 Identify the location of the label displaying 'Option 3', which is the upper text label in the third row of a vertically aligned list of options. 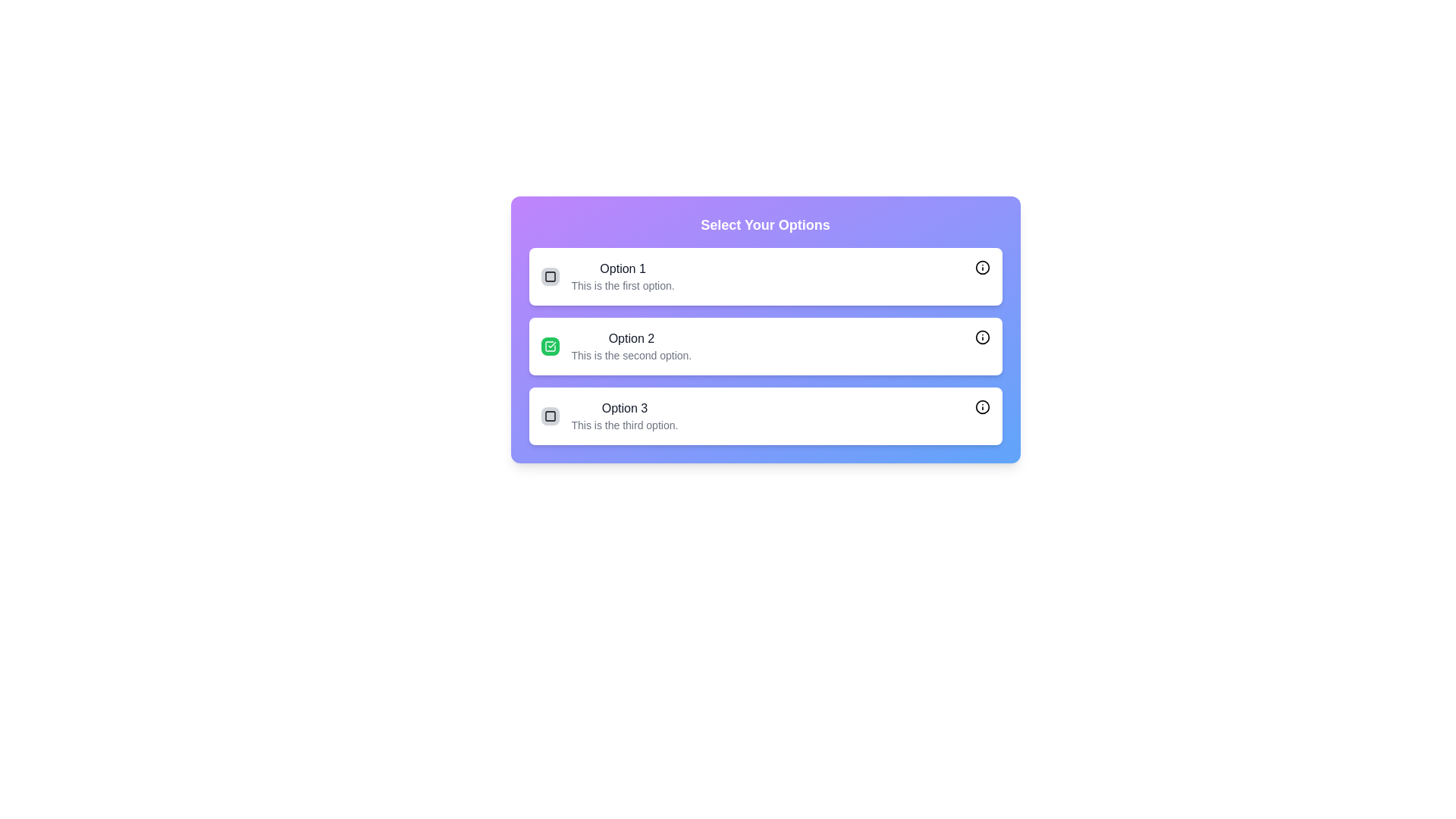
(624, 408).